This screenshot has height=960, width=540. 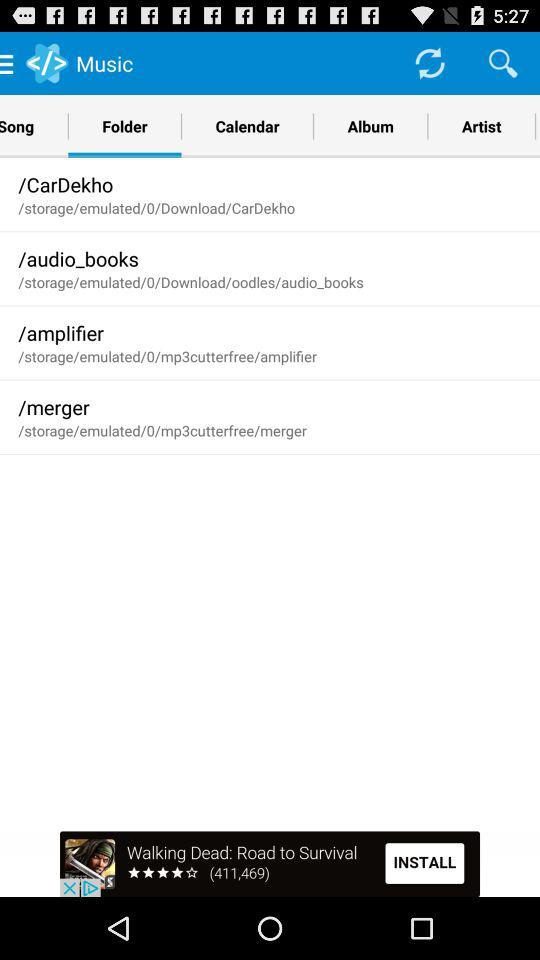 What do you see at coordinates (270, 863) in the screenshot?
I see `advertisement link` at bounding box center [270, 863].